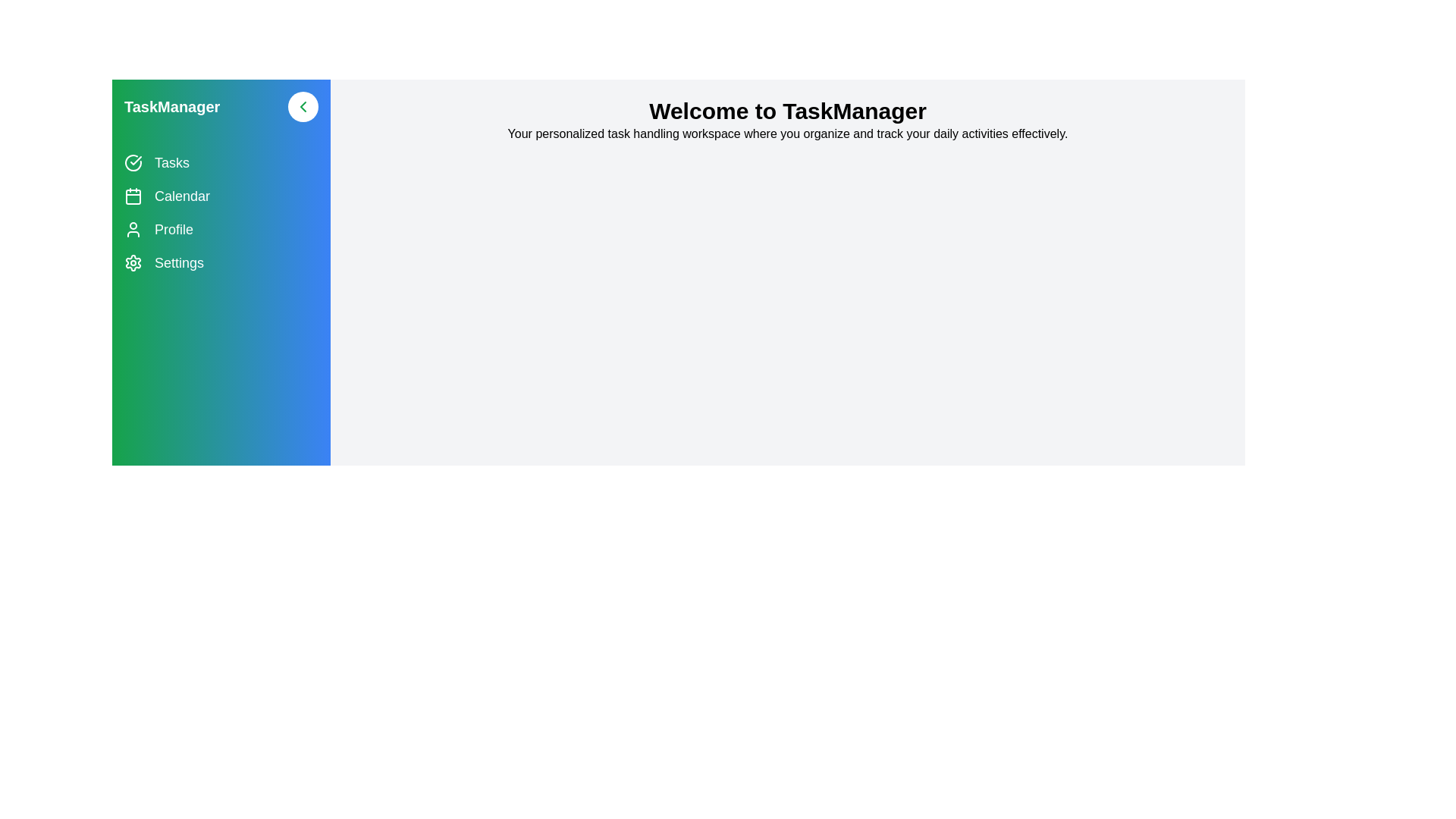 The width and height of the screenshot is (1456, 819). What do you see at coordinates (787, 110) in the screenshot?
I see `the 'Welcome to TaskManager' text to copy it` at bounding box center [787, 110].